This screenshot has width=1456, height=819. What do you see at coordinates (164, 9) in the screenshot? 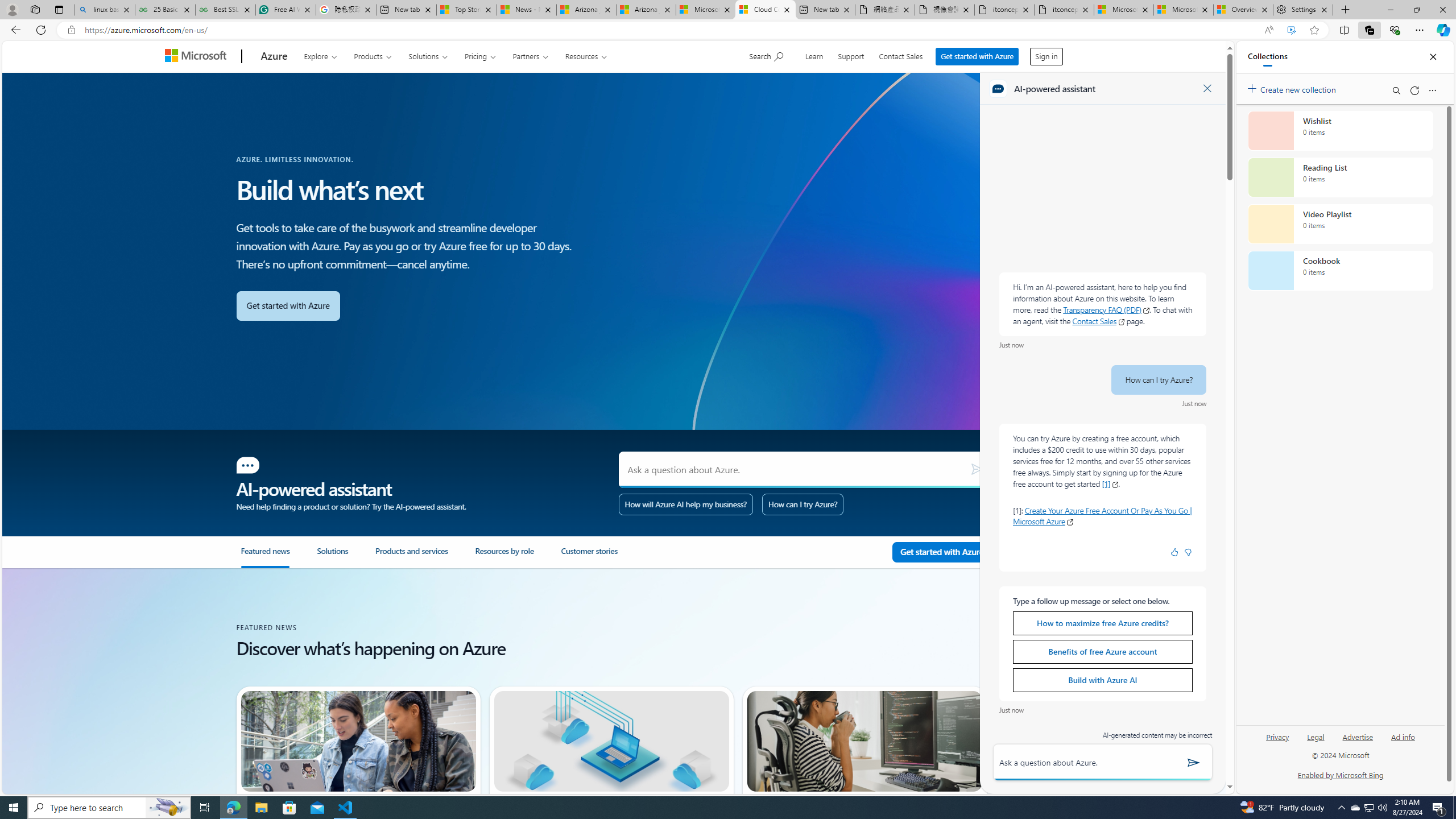
I see `'25 Basic Linux Commands For Beginners - GeeksforGeeks'` at bounding box center [164, 9].